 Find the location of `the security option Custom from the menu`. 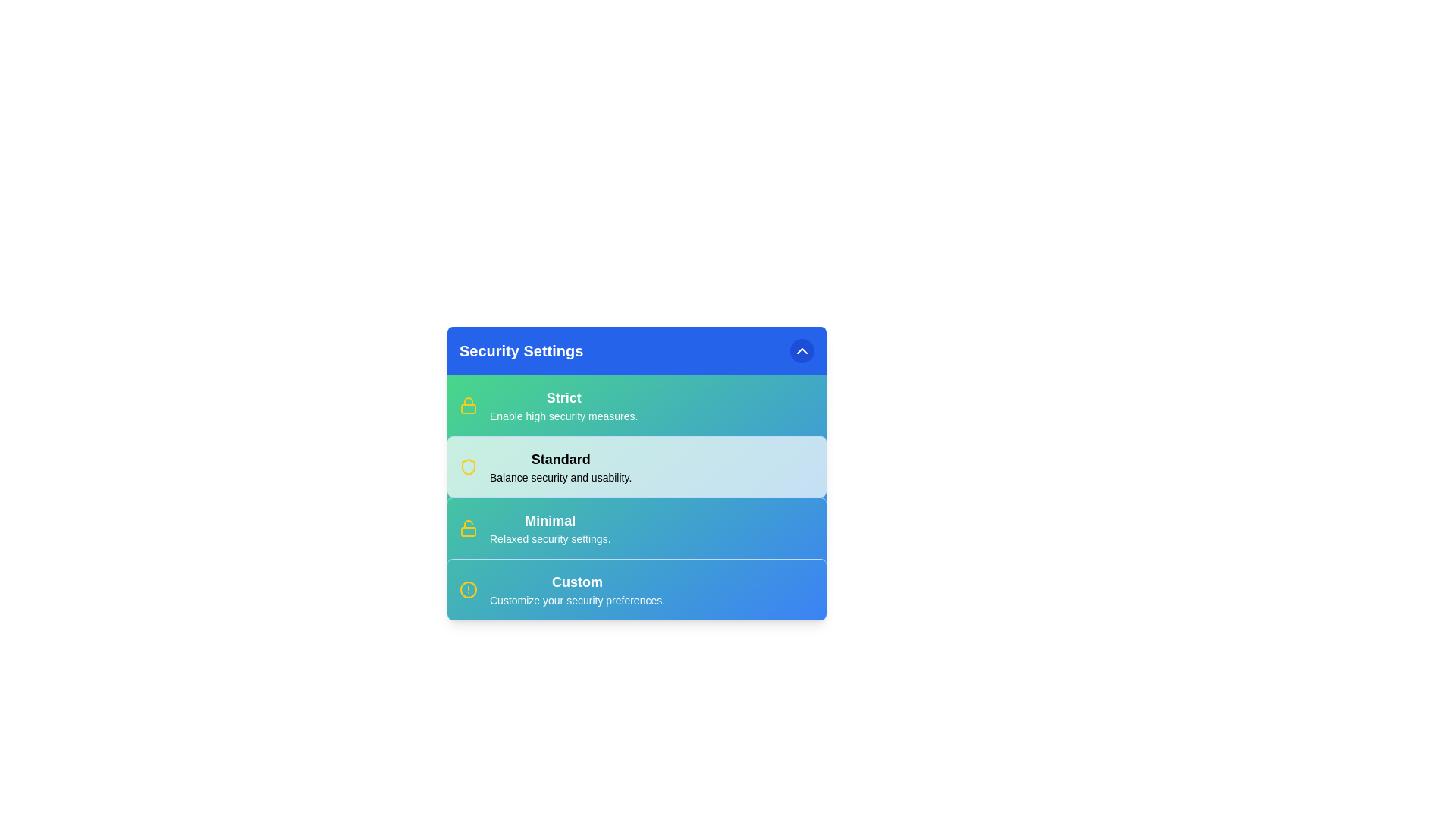

the security option Custom from the menu is located at coordinates (576, 589).